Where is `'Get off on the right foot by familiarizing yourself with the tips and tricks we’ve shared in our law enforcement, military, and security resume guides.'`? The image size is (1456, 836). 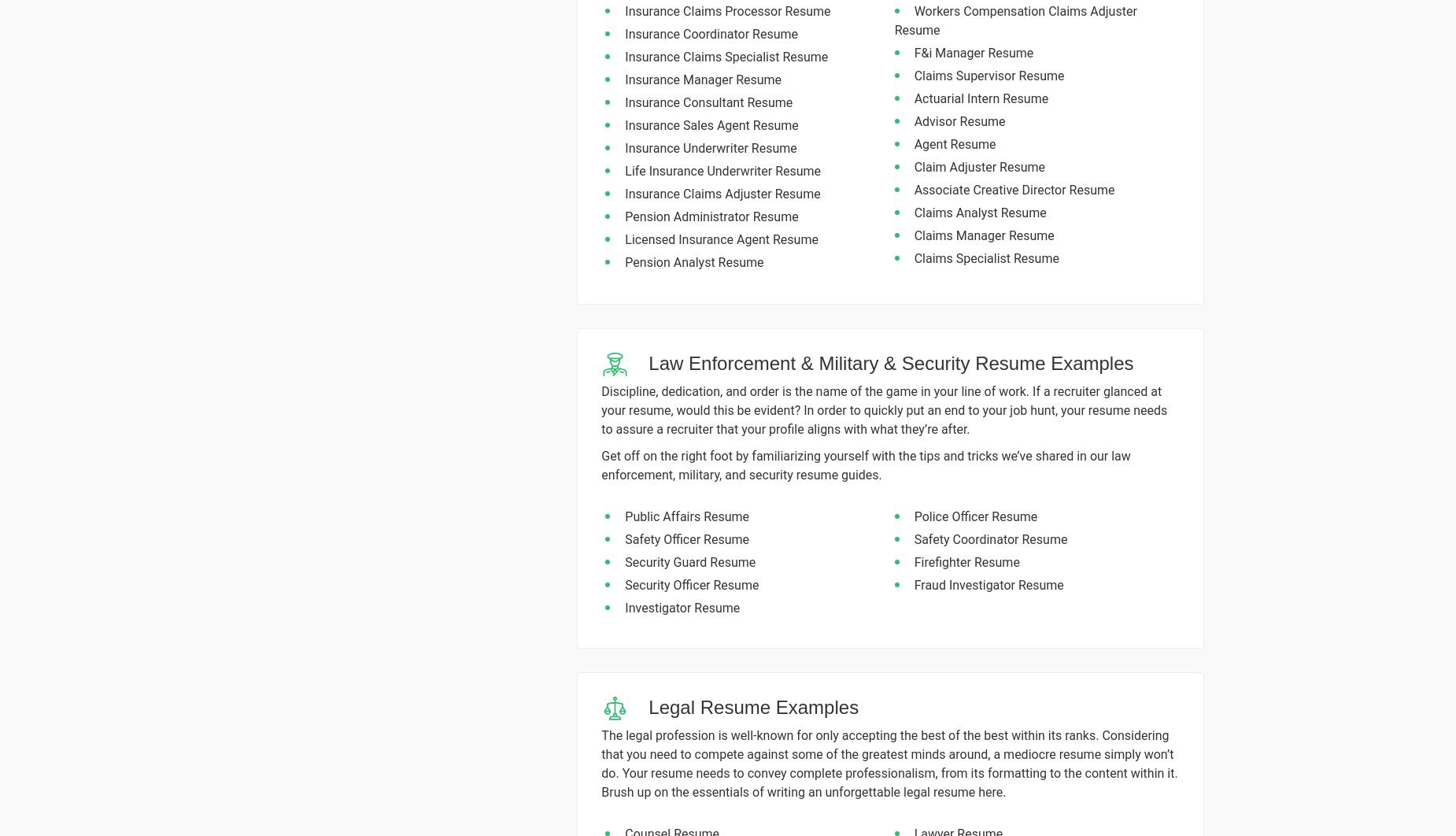 'Get off on the right foot by familiarizing yourself with the tips and tricks we’ve shared in our law enforcement, military, and security resume guides.' is located at coordinates (865, 465).